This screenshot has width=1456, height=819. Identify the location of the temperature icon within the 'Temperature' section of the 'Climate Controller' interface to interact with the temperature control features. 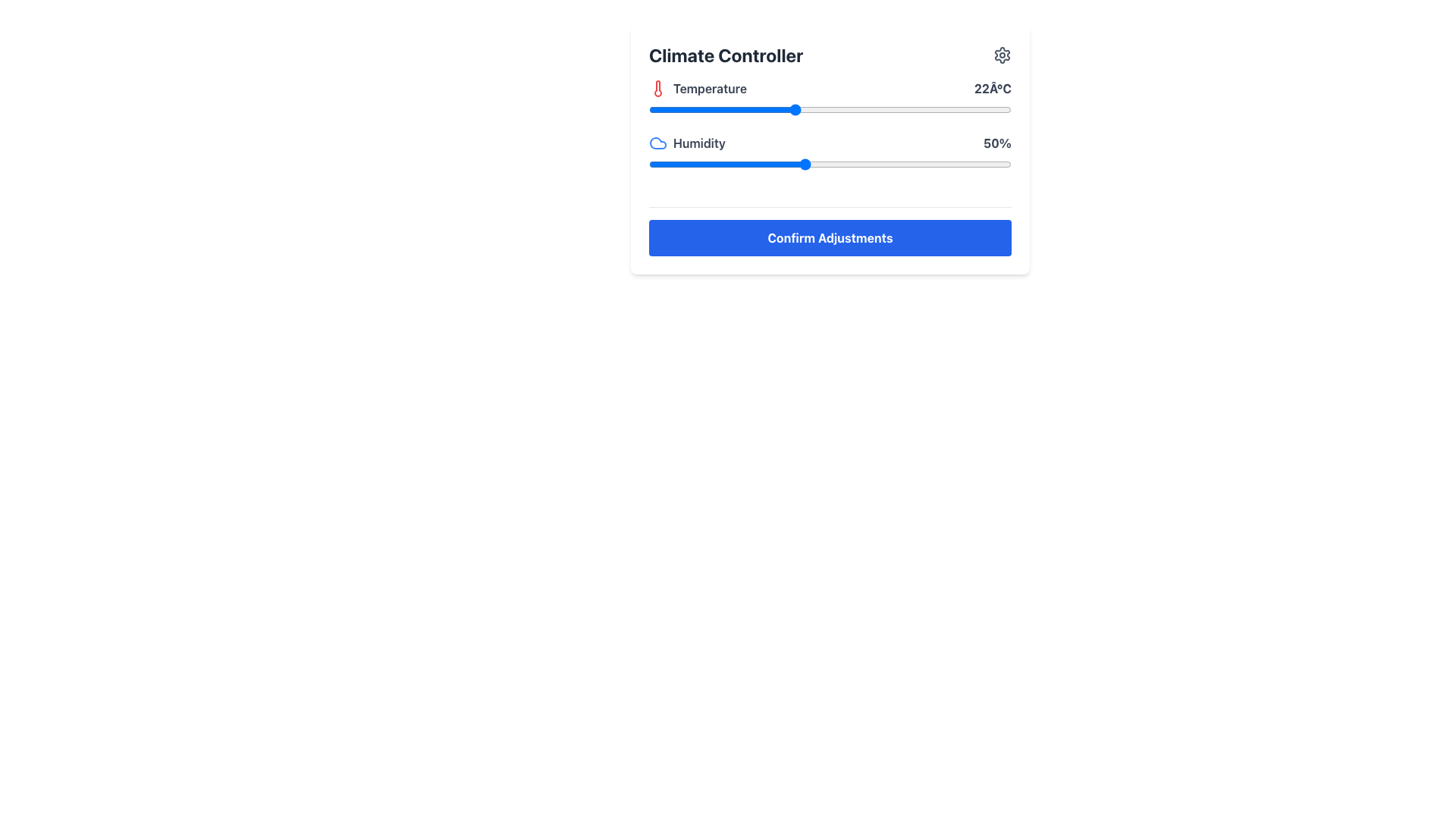
(658, 88).